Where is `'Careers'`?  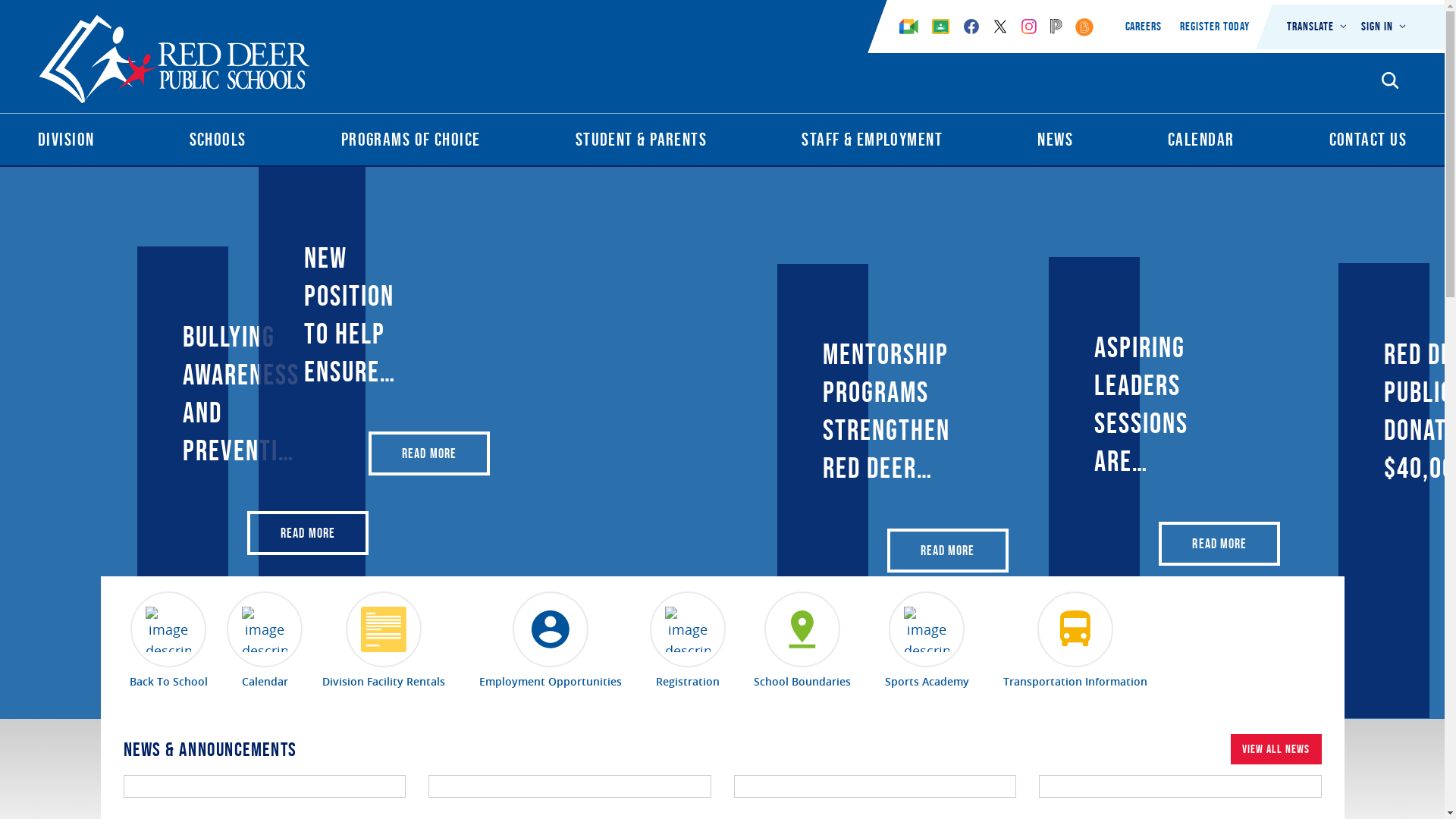 'Careers' is located at coordinates (1125, 26).